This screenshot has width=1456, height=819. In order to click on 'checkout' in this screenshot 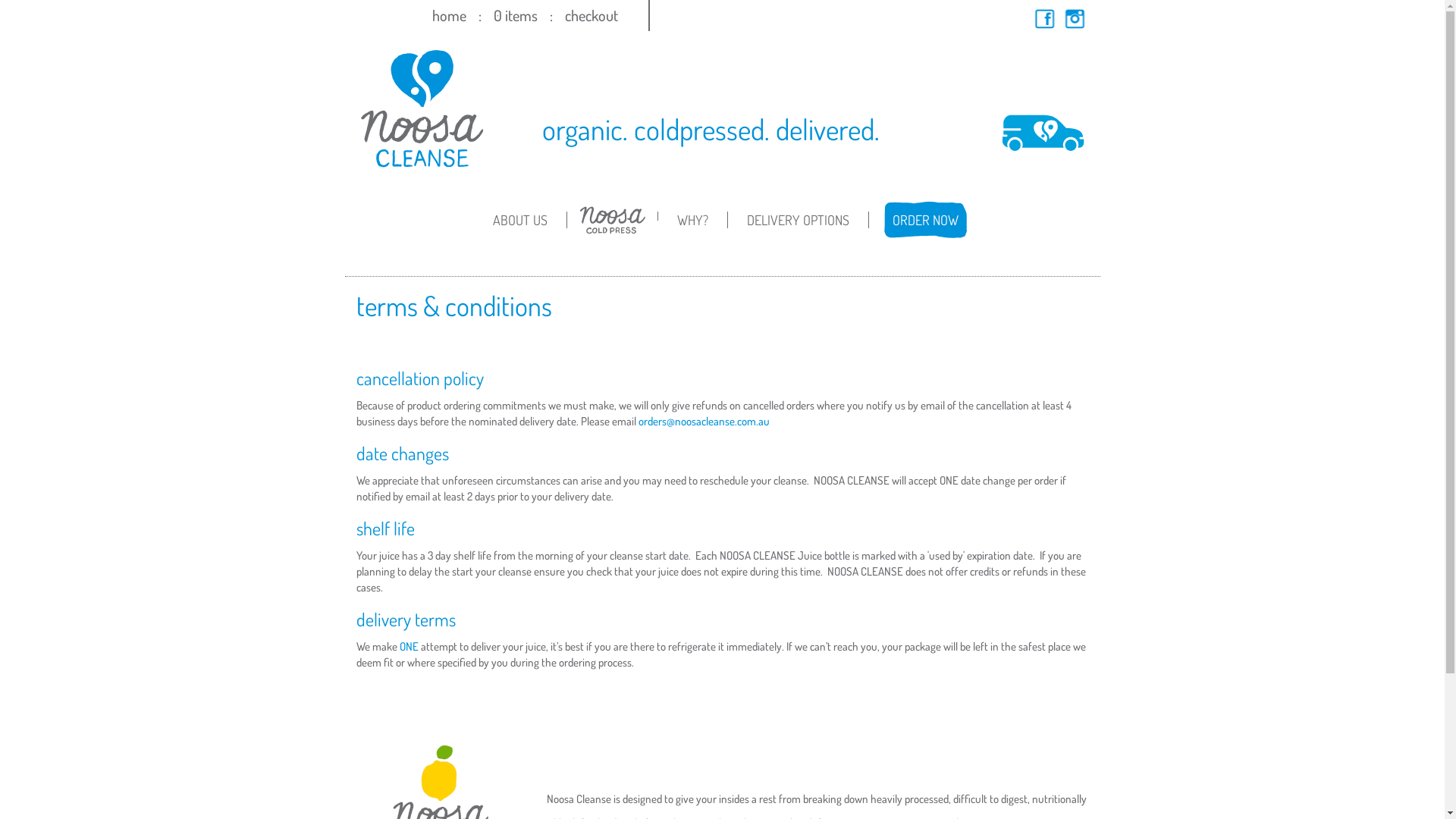, I will do `click(589, 14)`.